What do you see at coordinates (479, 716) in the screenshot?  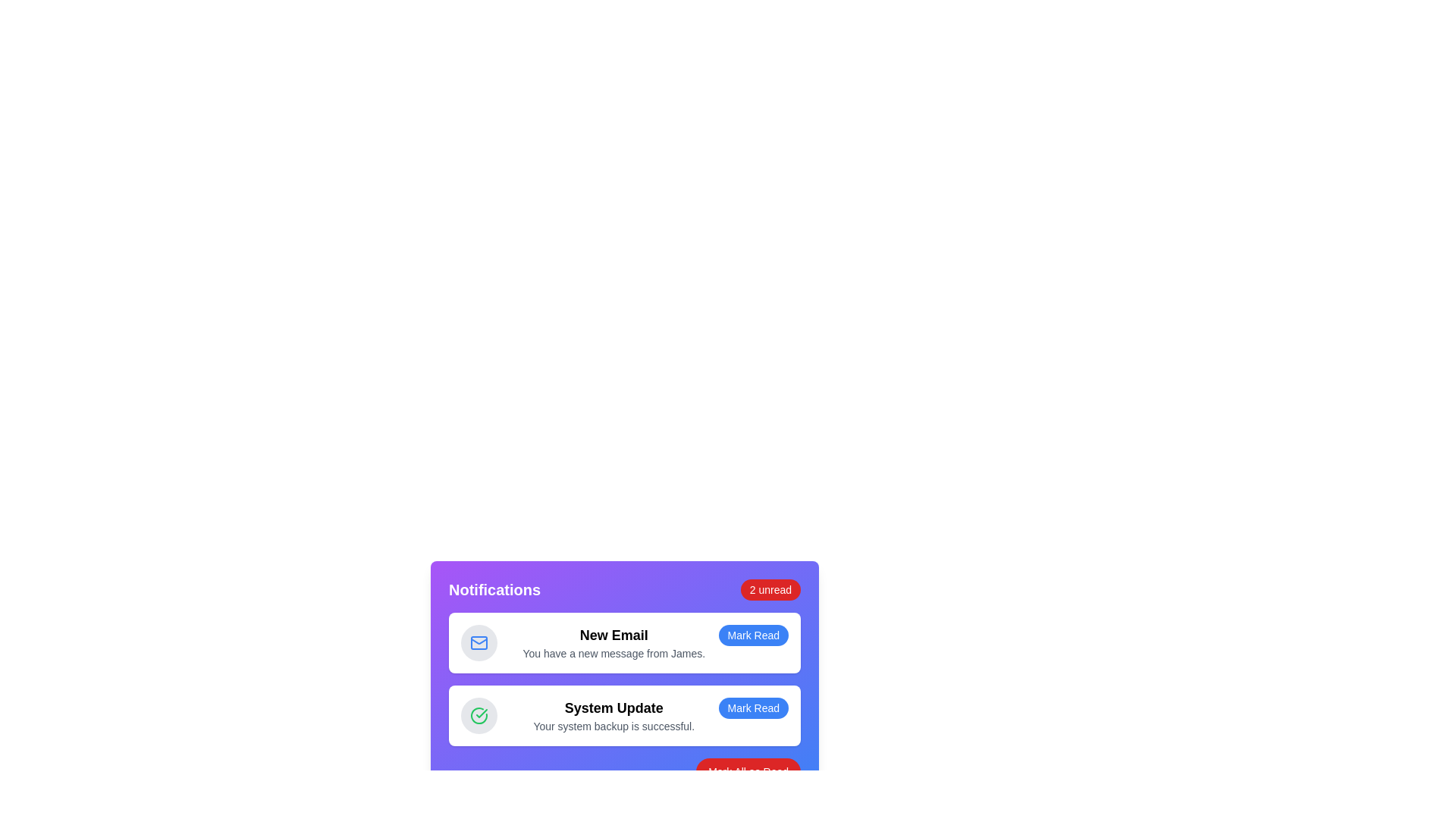 I see `the icon indicating a successful system backup notification, which is positioned to the left of the text 'System Update' and 'Your system backup is successful.'` at bounding box center [479, 716].